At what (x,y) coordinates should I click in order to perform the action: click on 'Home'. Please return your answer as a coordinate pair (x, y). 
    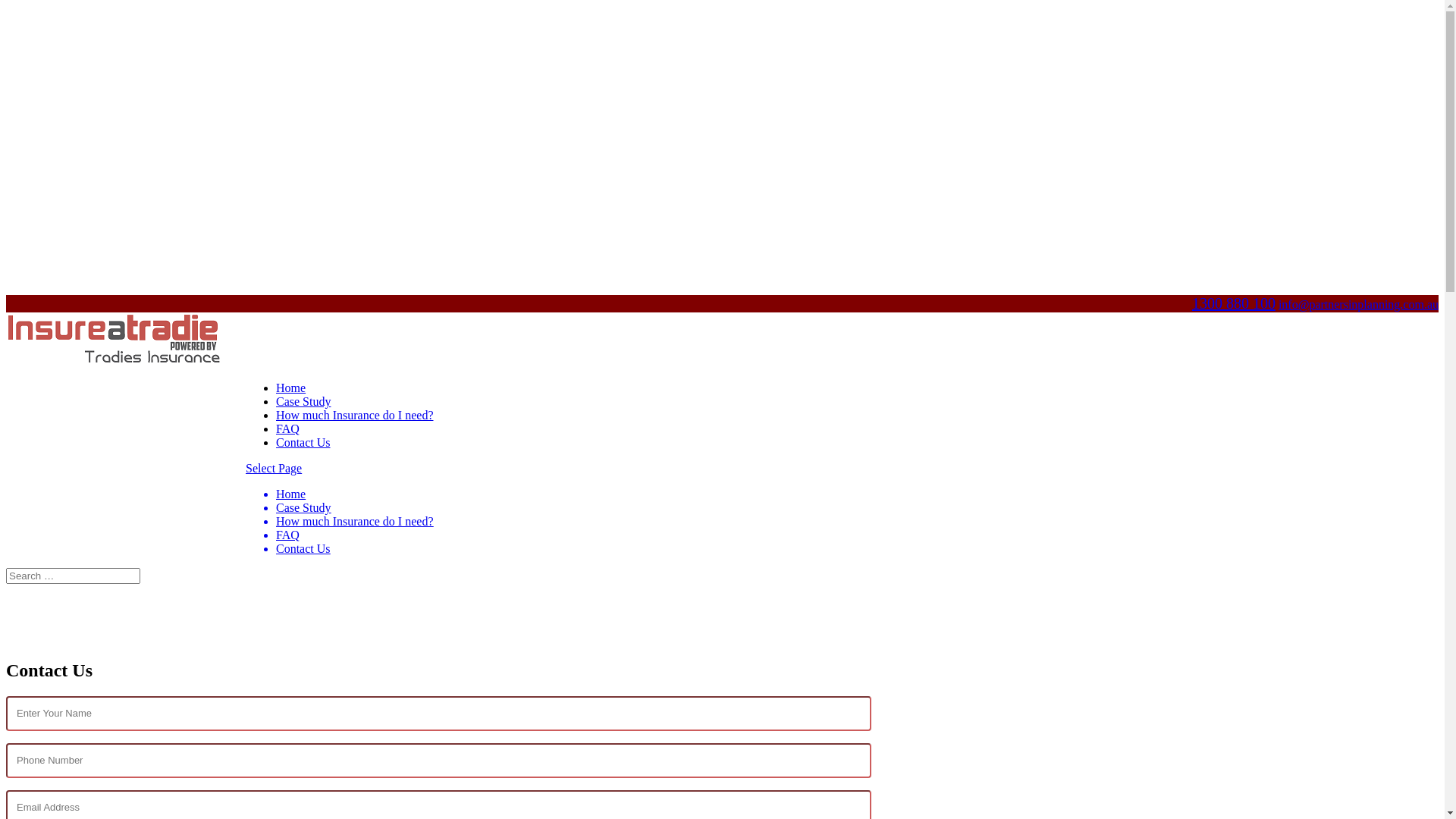
    Looking at the image, I should click on (290, 387).